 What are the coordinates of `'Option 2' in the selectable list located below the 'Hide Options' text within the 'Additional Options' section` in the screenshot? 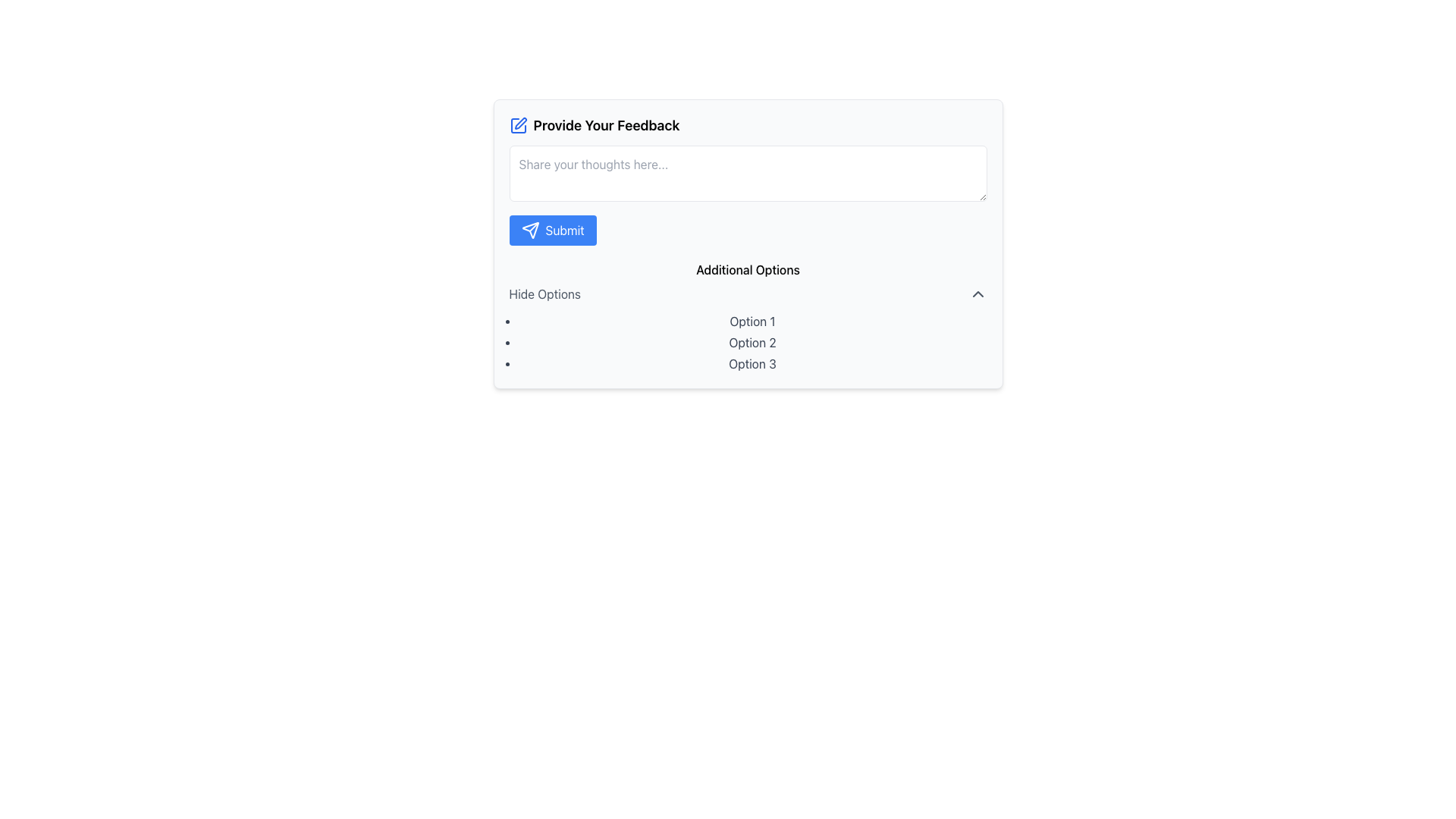 It's located at (748, 342).